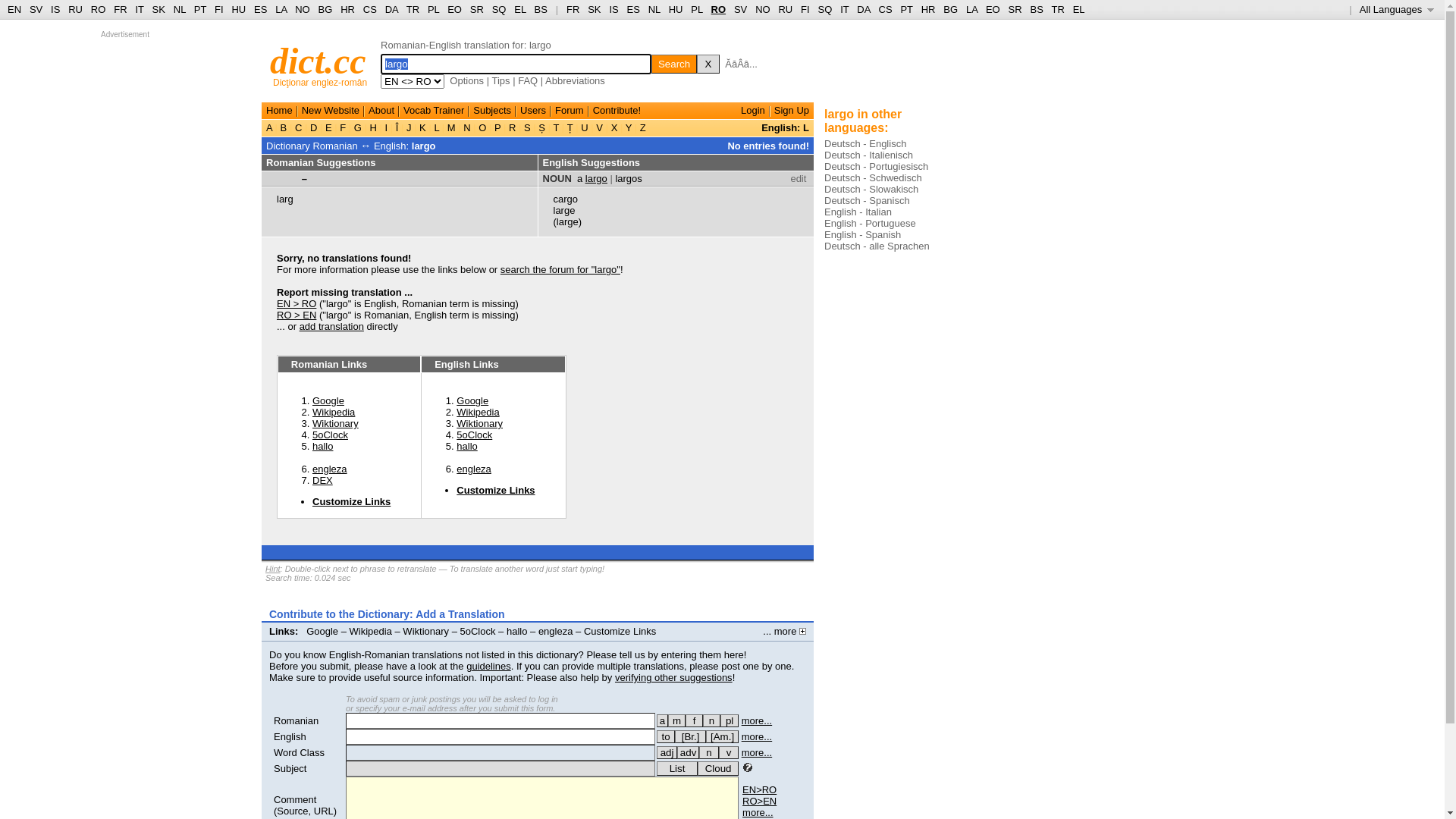 This screenshot has height=819, width=1456. I want to click on 'adj', so click(667, 752).